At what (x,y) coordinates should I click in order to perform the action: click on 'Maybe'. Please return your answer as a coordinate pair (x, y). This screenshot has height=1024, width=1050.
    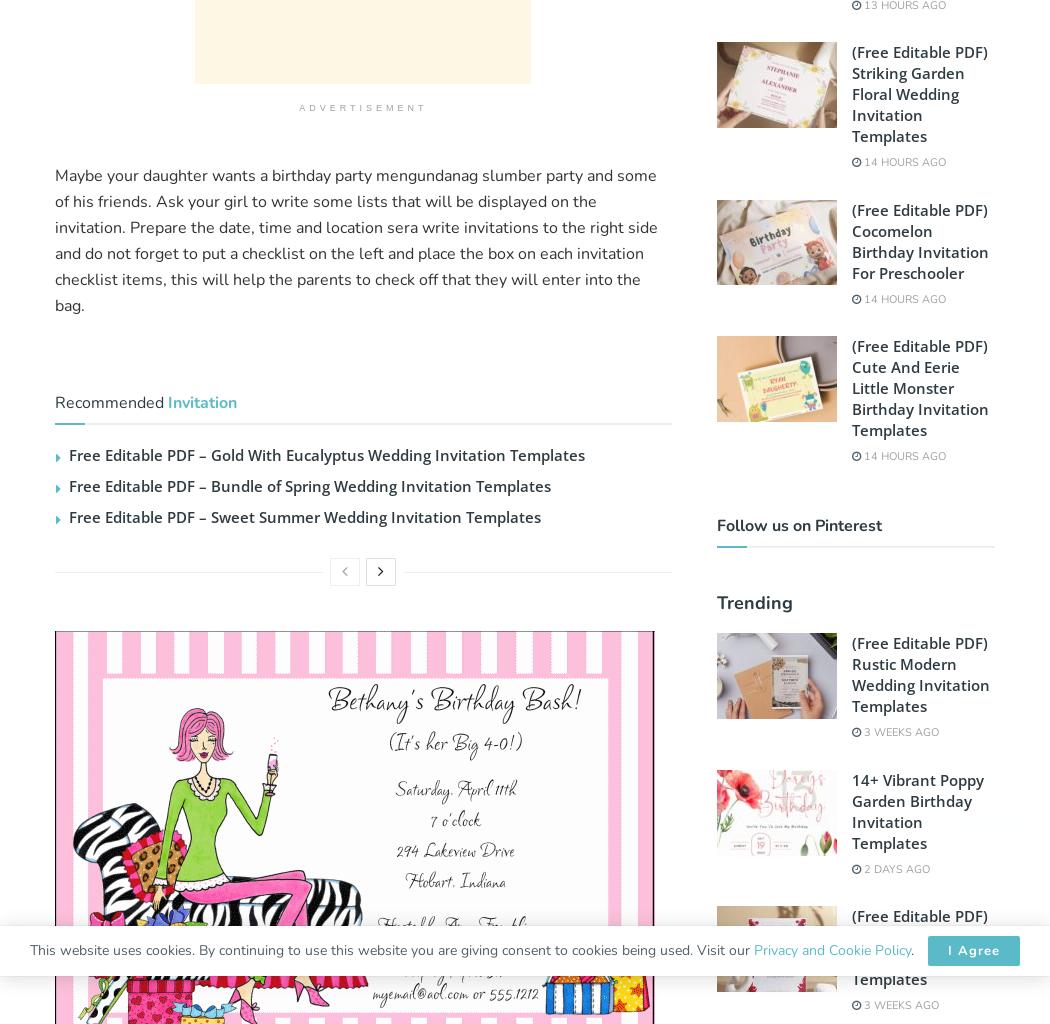
    Looking at the image, I should click on (54, 175).